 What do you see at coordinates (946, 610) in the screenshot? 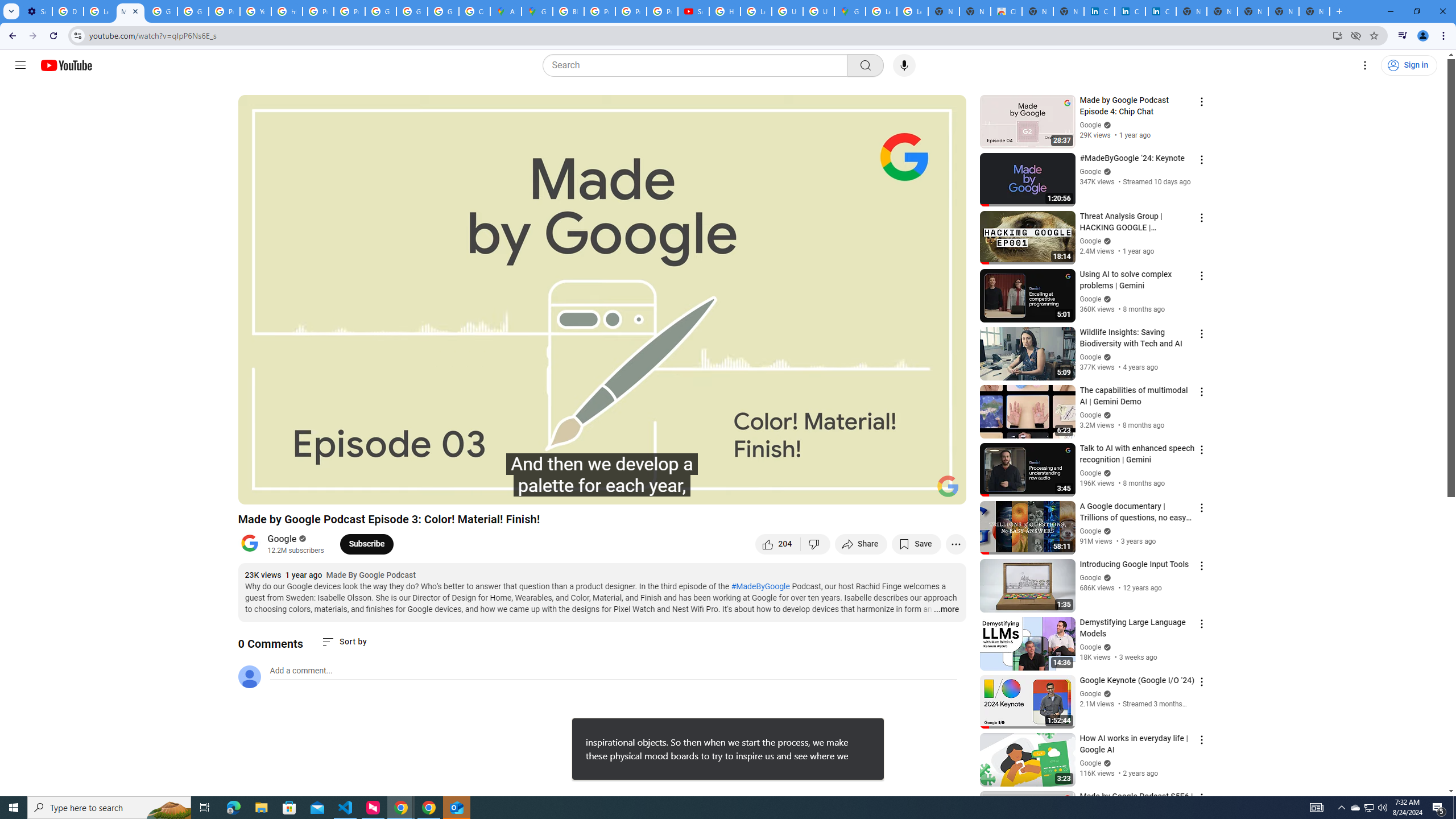
I see `'...more'` at bounding box center [946, 610].